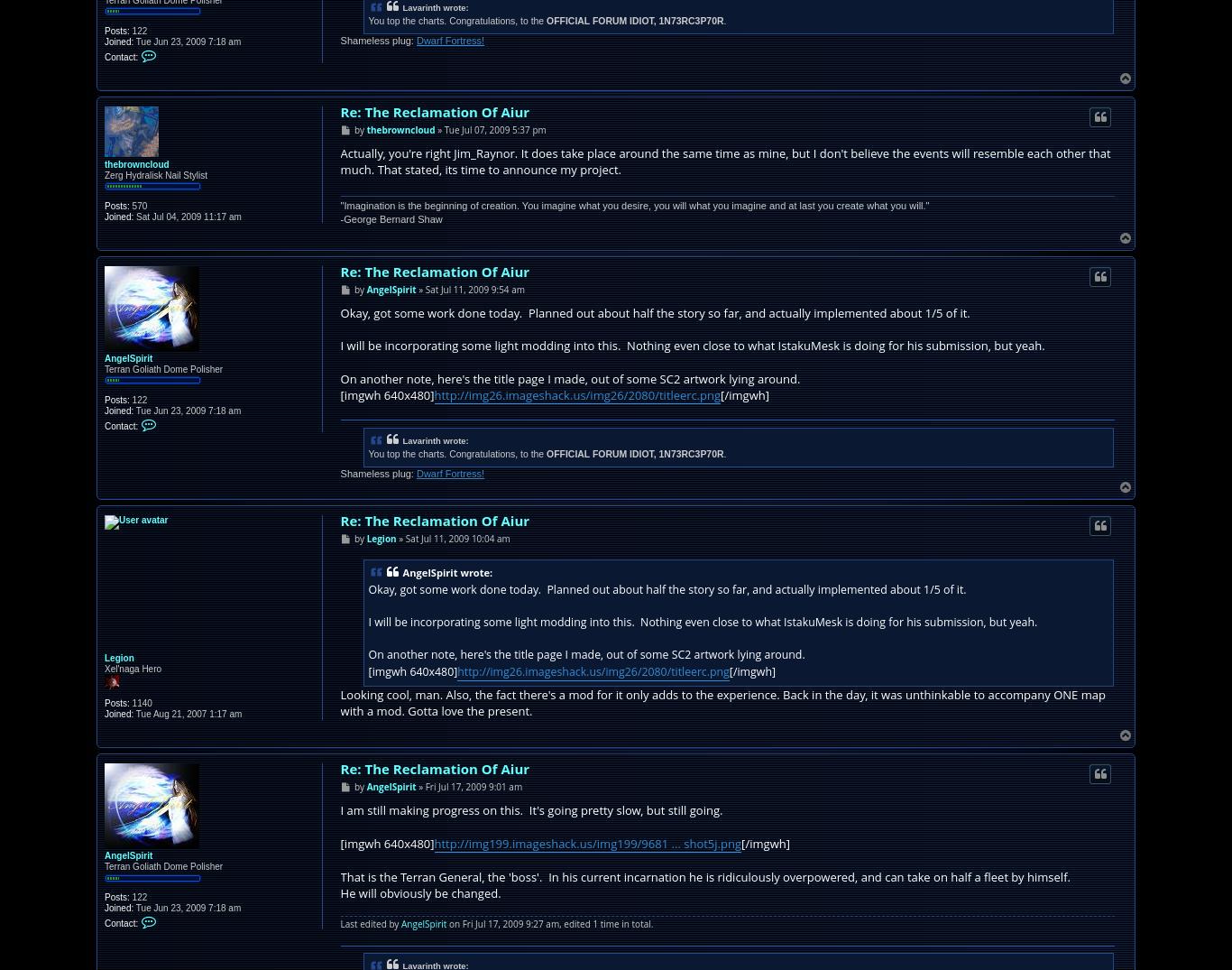  I want to click on 'That is the Terran General, the 'boss'.  In his current incarnation he is ridiculously overpowered, and can take on half a fleet by himself.', so click(339, 877).